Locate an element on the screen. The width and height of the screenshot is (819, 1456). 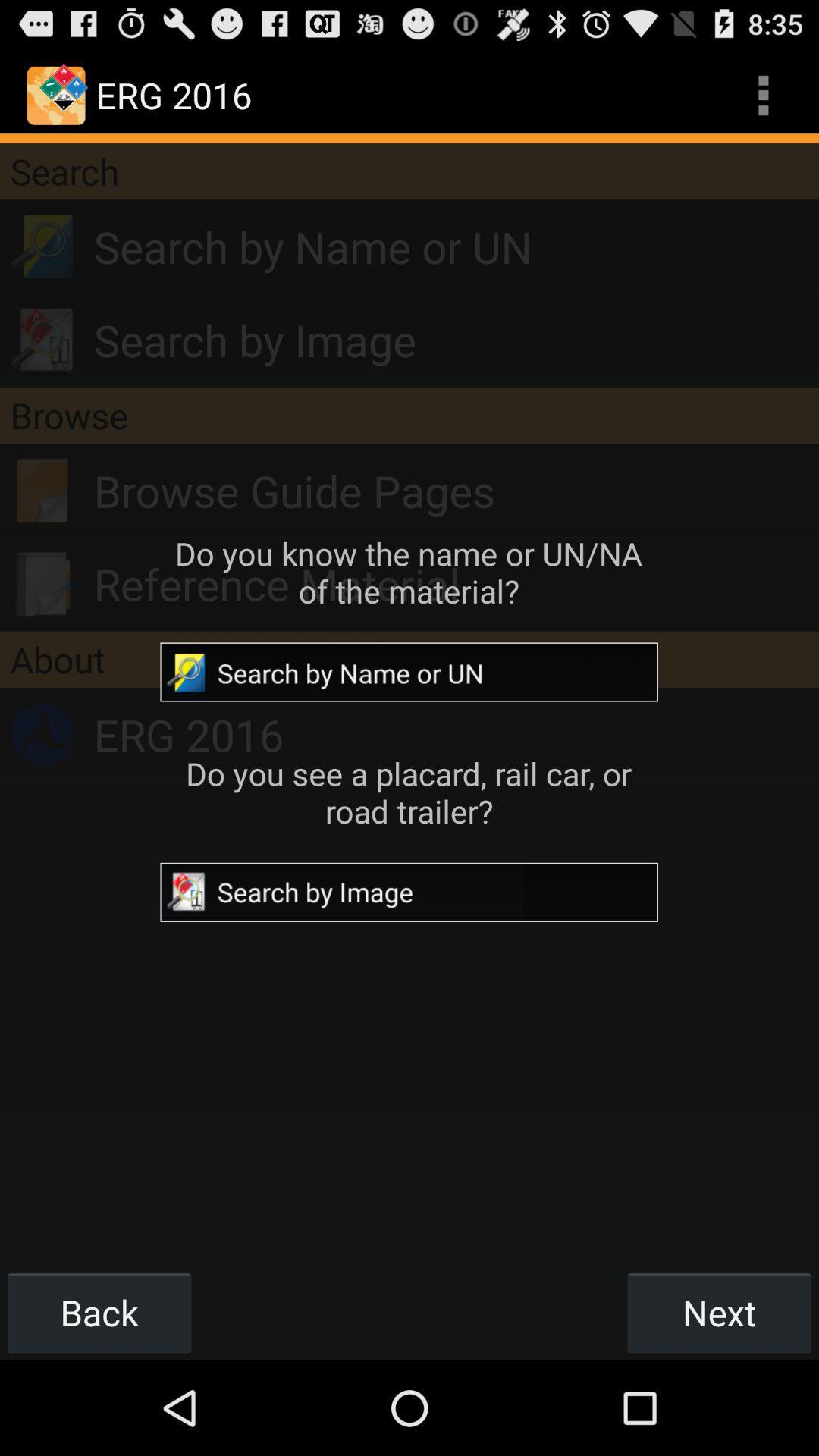
item below browse guide pages is located at coordinates (455, 583).